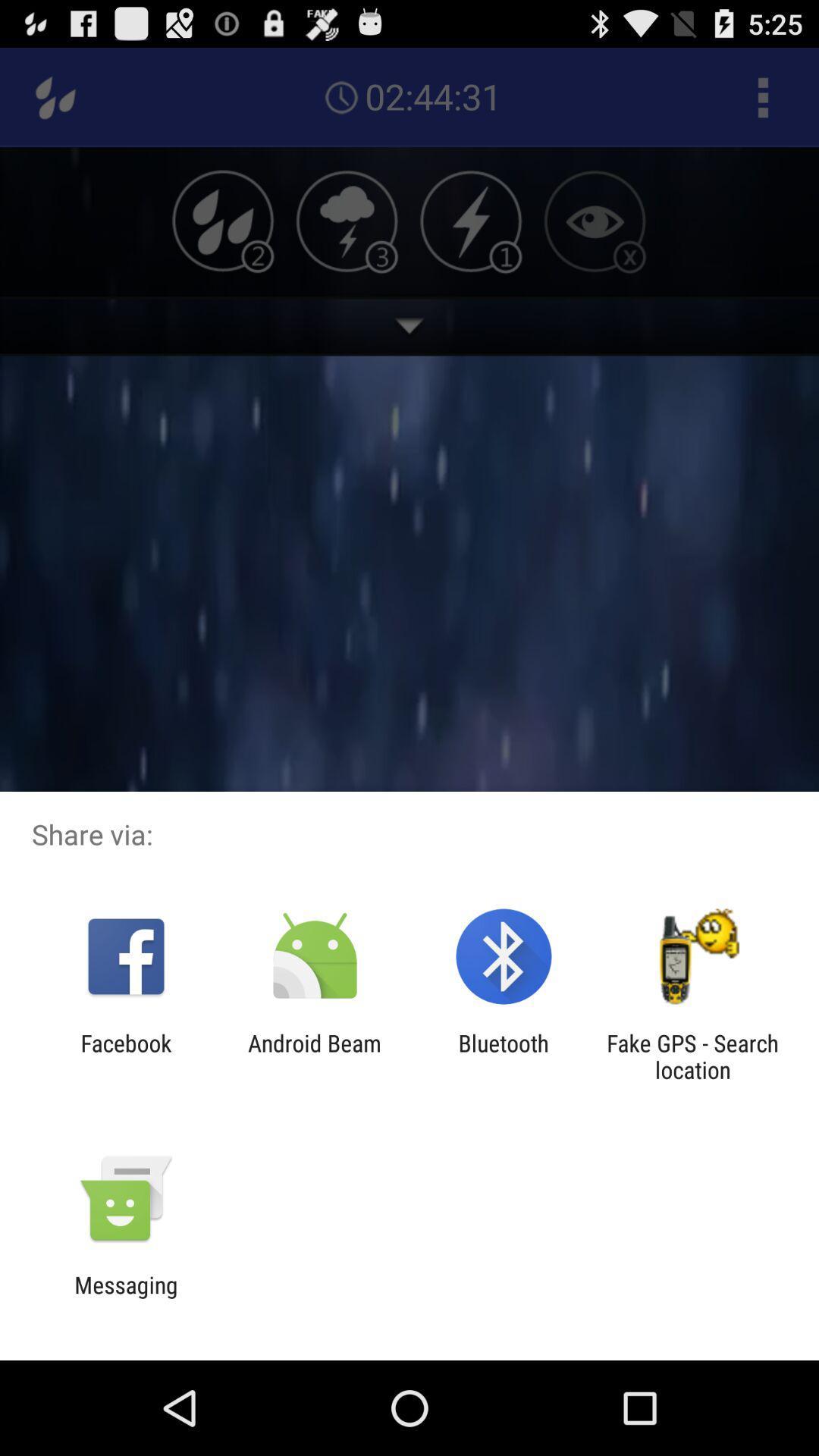 This screenshot has height=1456, width=819. I want to click on the app to the right of the android beam app, so click(504, 1056).